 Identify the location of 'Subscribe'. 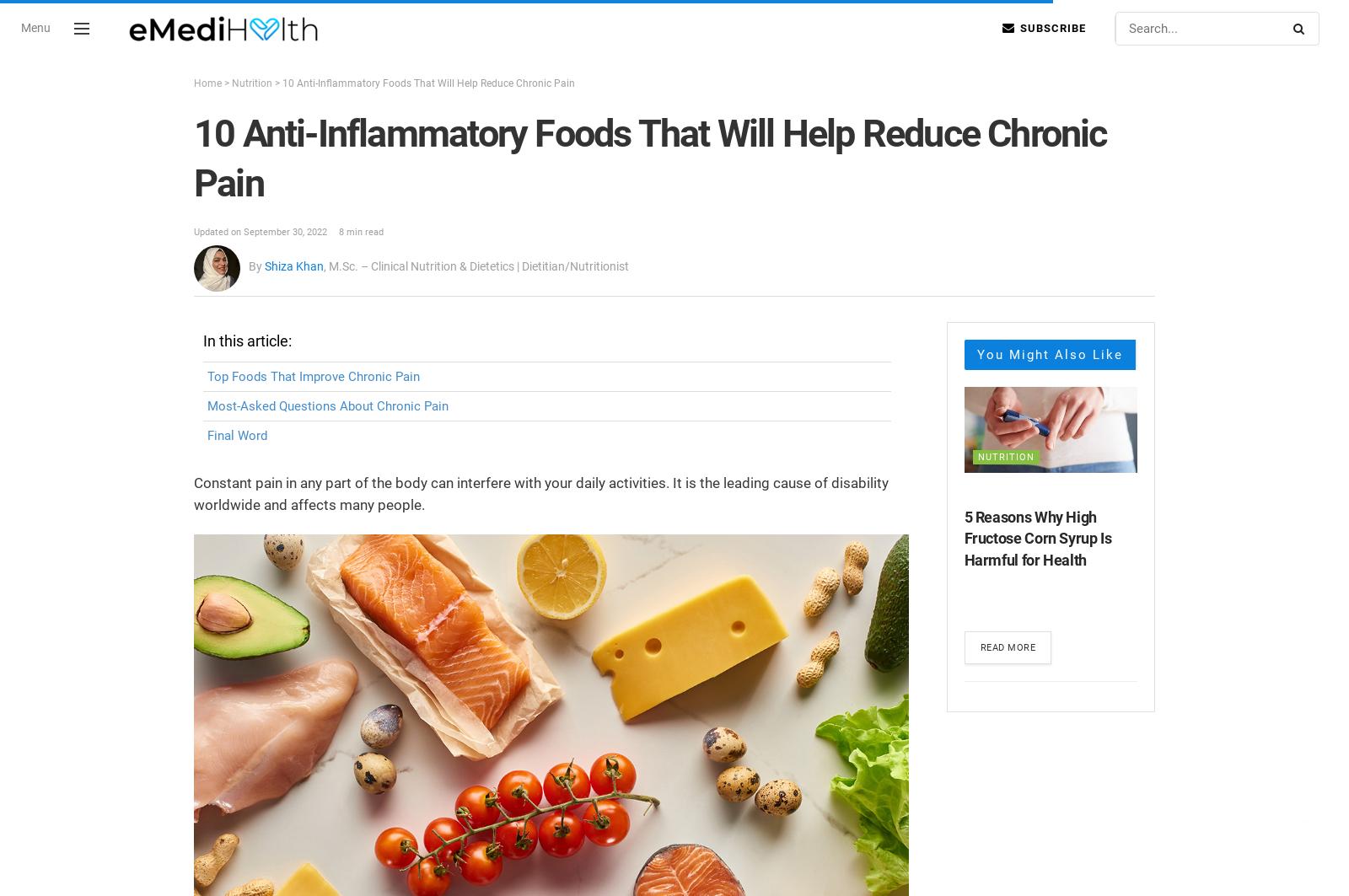
(1051, 28).